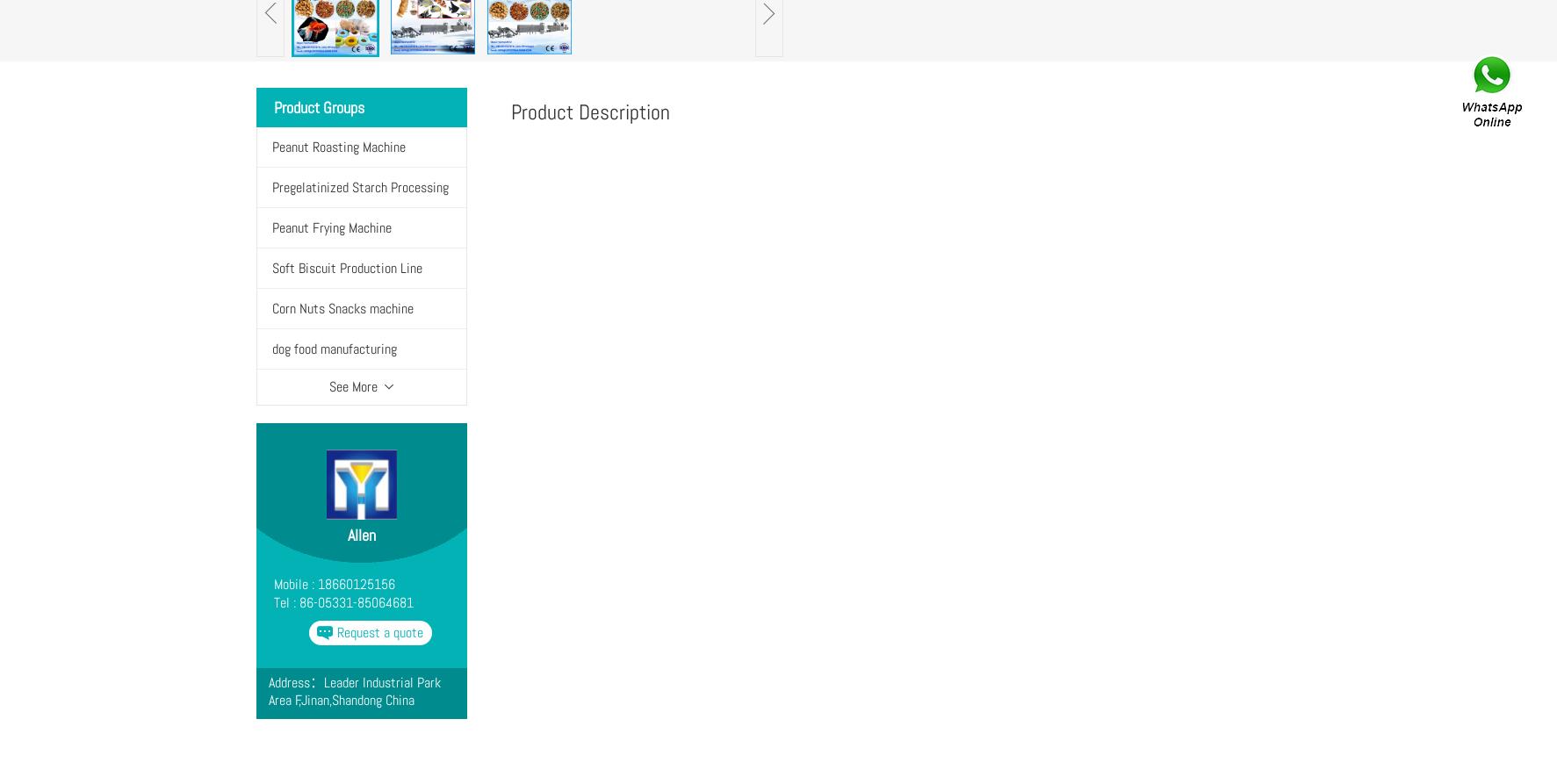  I want to click on 'Soft Biscuit Production Line', so click(271, 268).